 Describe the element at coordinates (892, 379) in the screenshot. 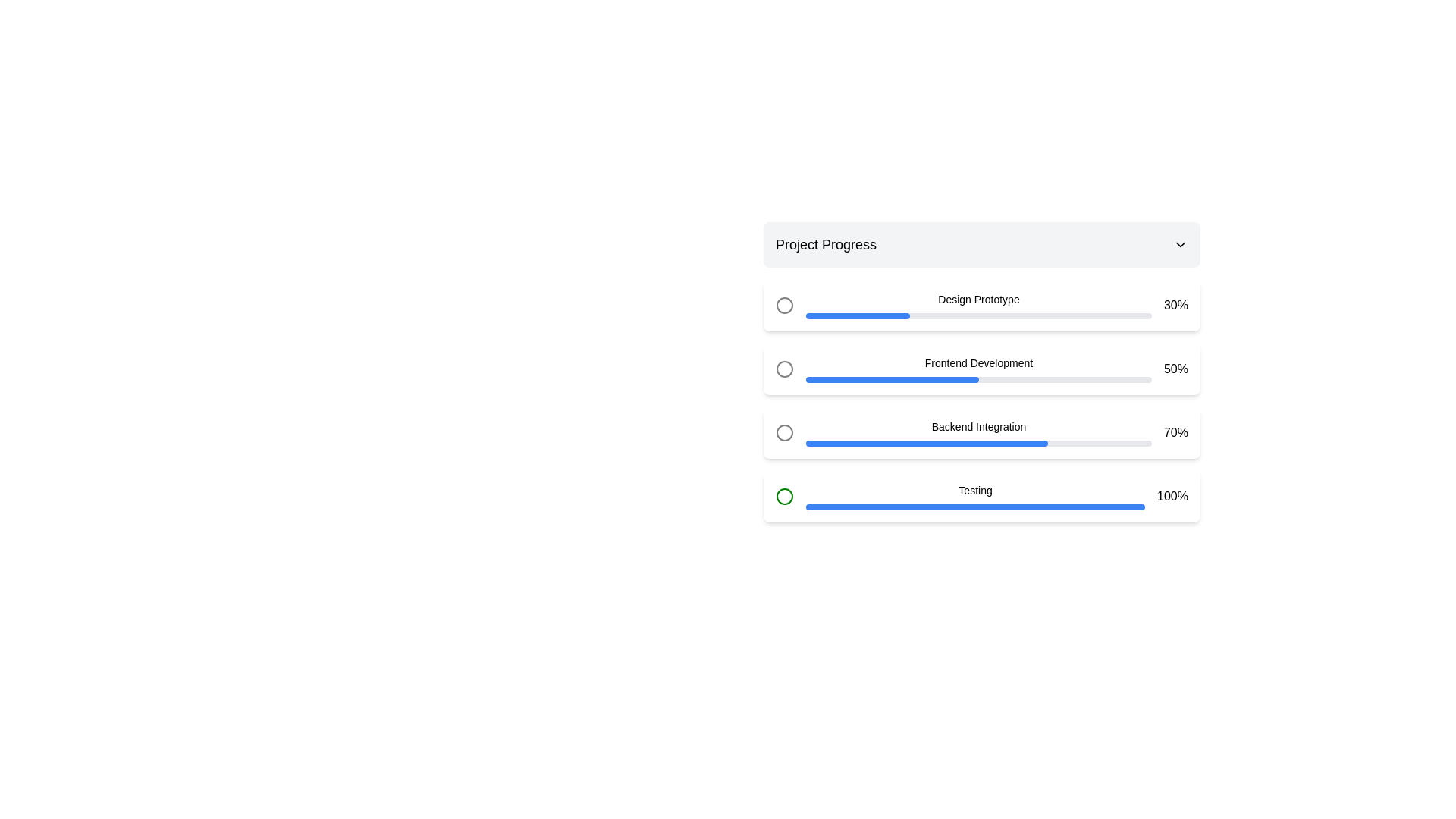

I see `the progress bar segment indicating 50% progress for the 'Frontend Development' task, located in the second row of the multi-section progress tracker` at that location.